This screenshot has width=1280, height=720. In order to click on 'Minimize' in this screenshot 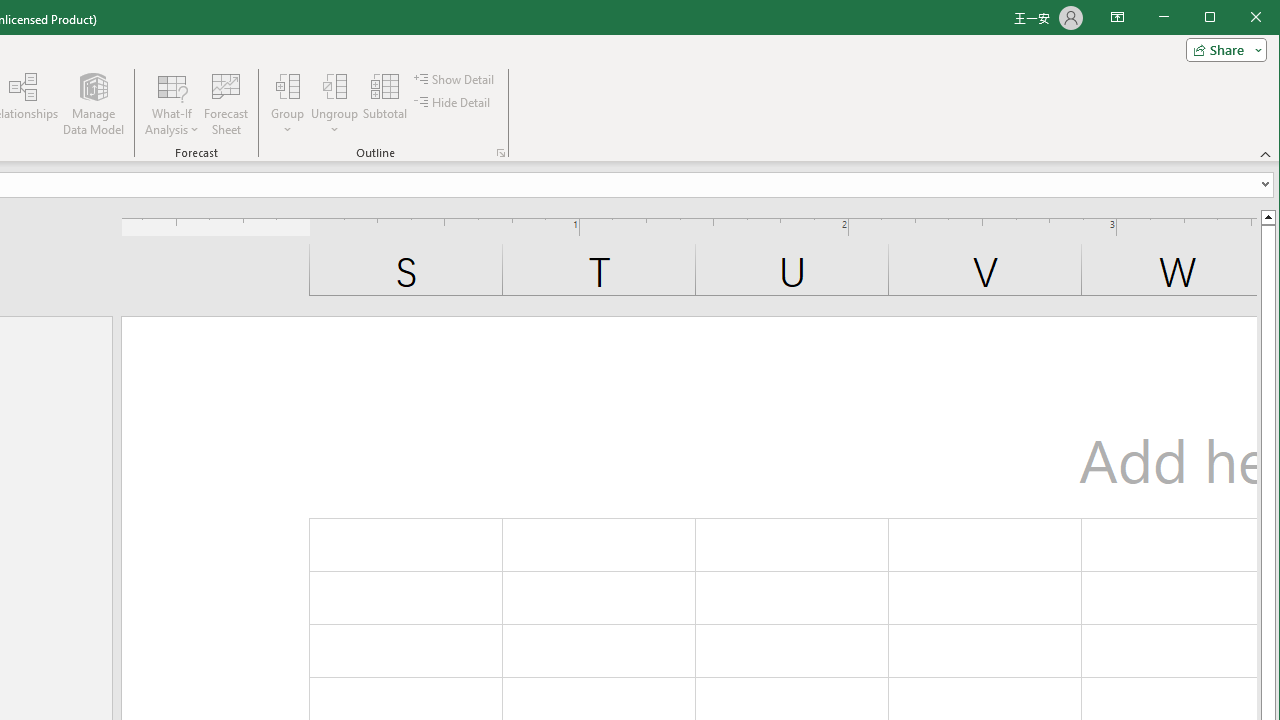, I will do `click(1215, 19)`.